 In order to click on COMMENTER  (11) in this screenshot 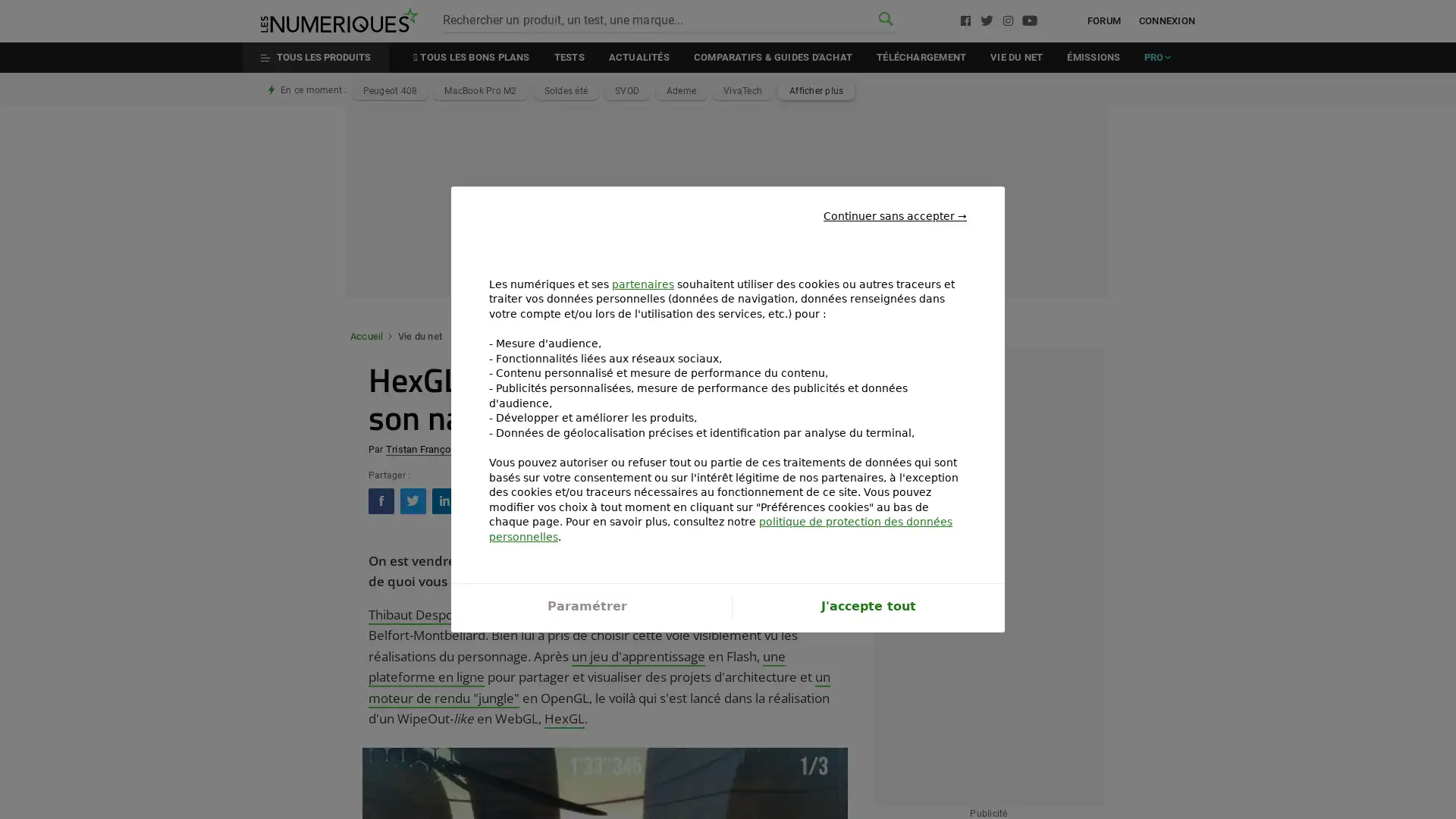, I will do `click(780, 500)`.